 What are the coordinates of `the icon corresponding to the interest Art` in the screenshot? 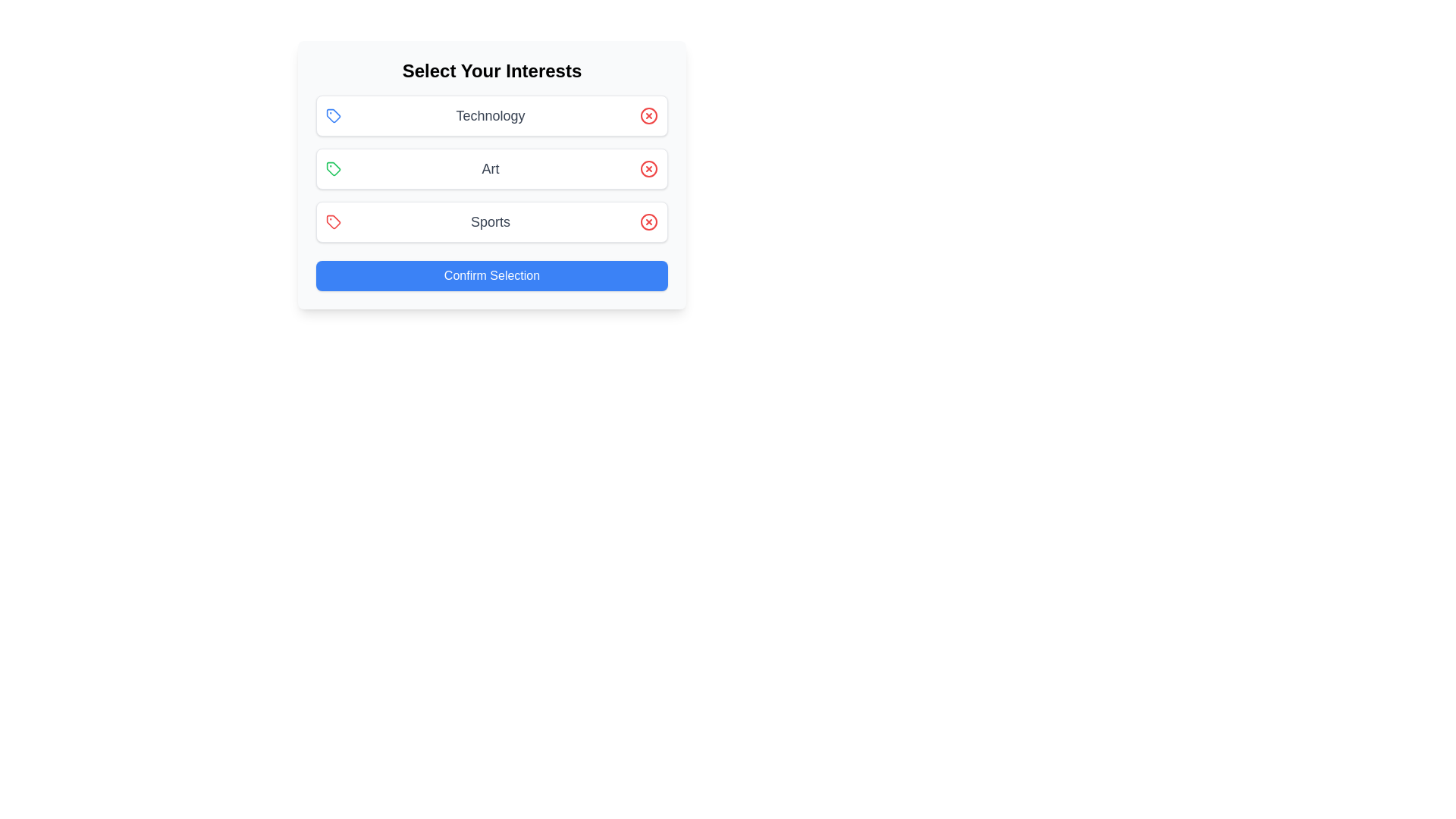 It's located at (333, 169).